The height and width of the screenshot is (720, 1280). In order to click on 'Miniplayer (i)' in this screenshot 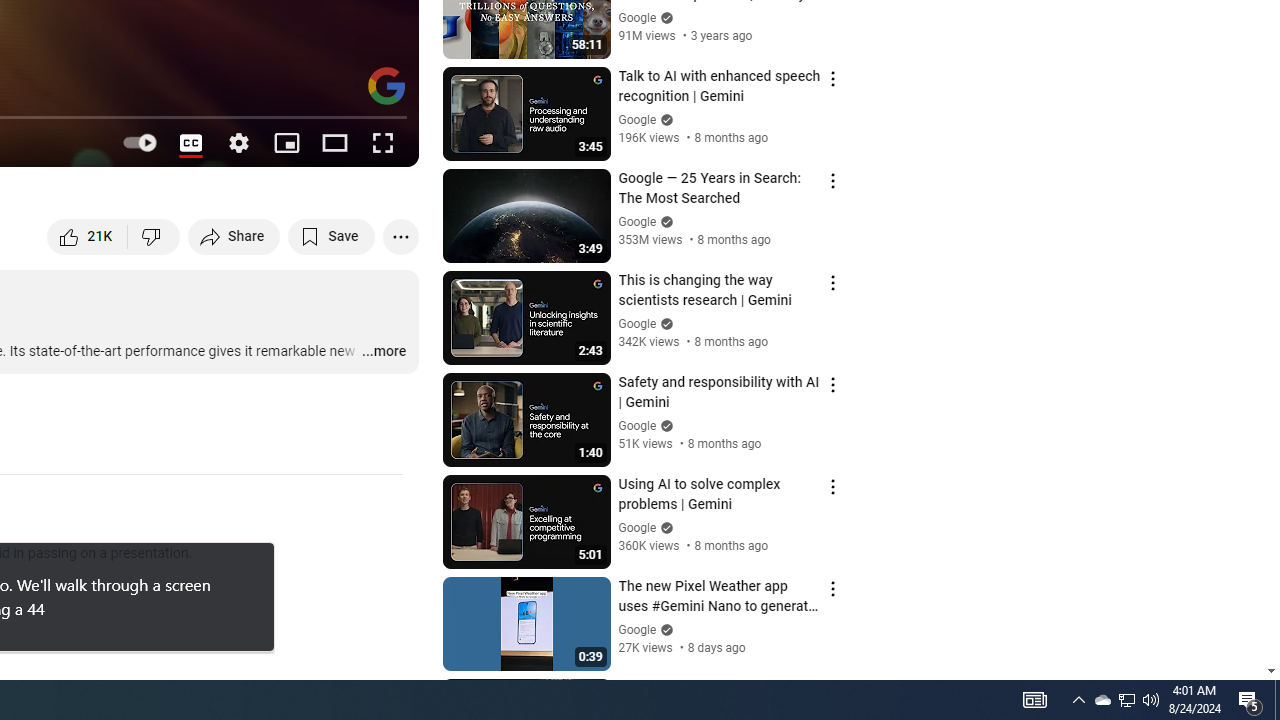, I will do `click(285, 141)`.